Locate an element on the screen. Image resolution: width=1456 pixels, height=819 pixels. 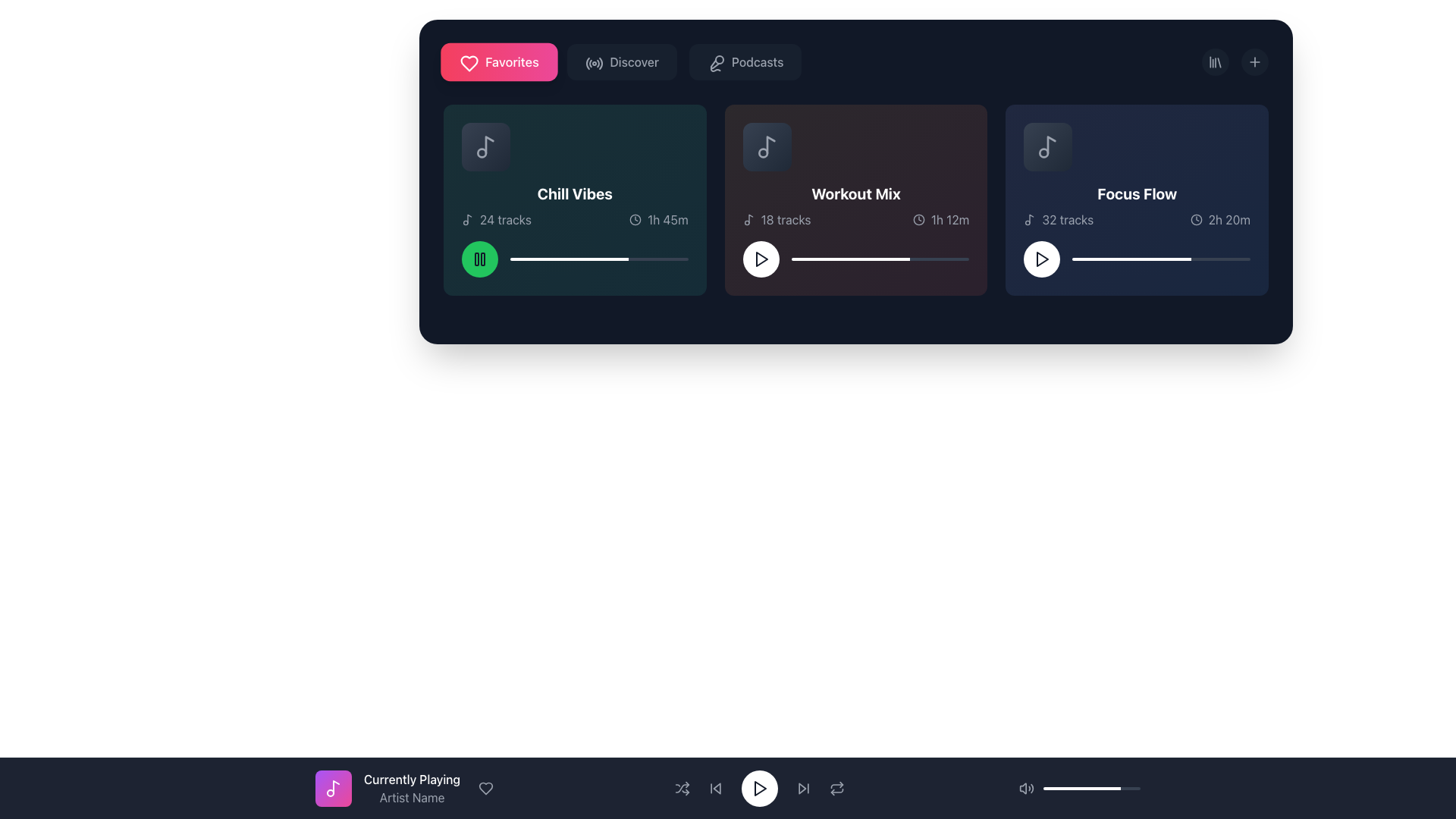
the button located in the horizontal navigation bar that navigates to the podcast section is located at coordinates (745, 61).